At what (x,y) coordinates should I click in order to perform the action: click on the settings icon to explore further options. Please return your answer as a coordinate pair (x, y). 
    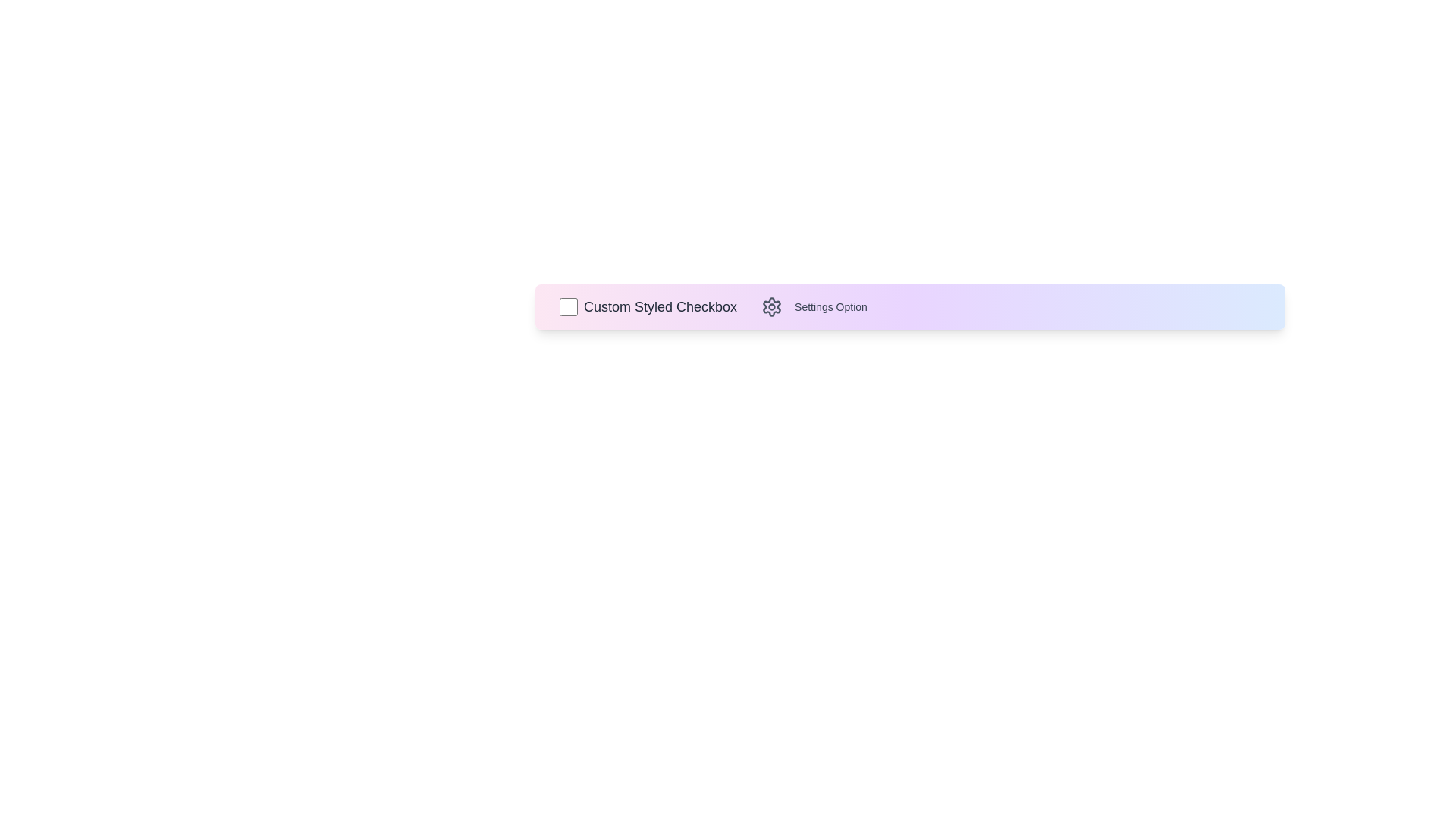
    Looking at the image, I should click on (771, 307).